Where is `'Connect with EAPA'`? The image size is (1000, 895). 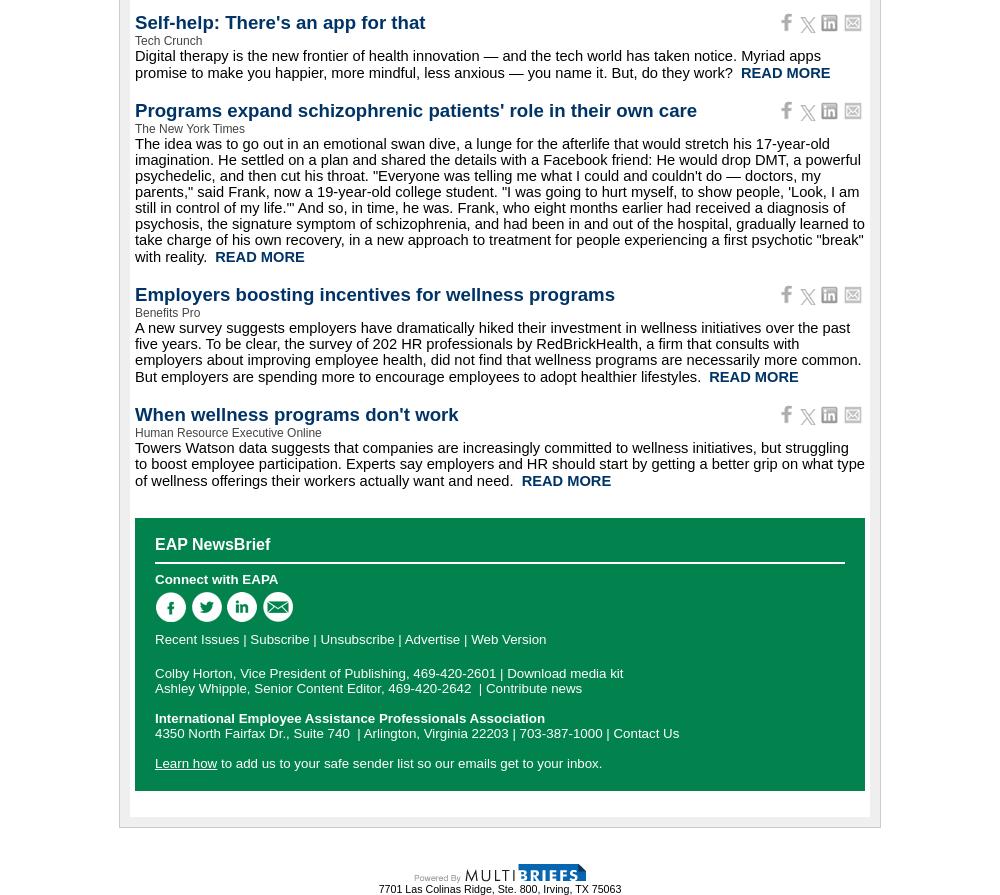 'Connect with EAPA' is located at coordinates (215, 578).